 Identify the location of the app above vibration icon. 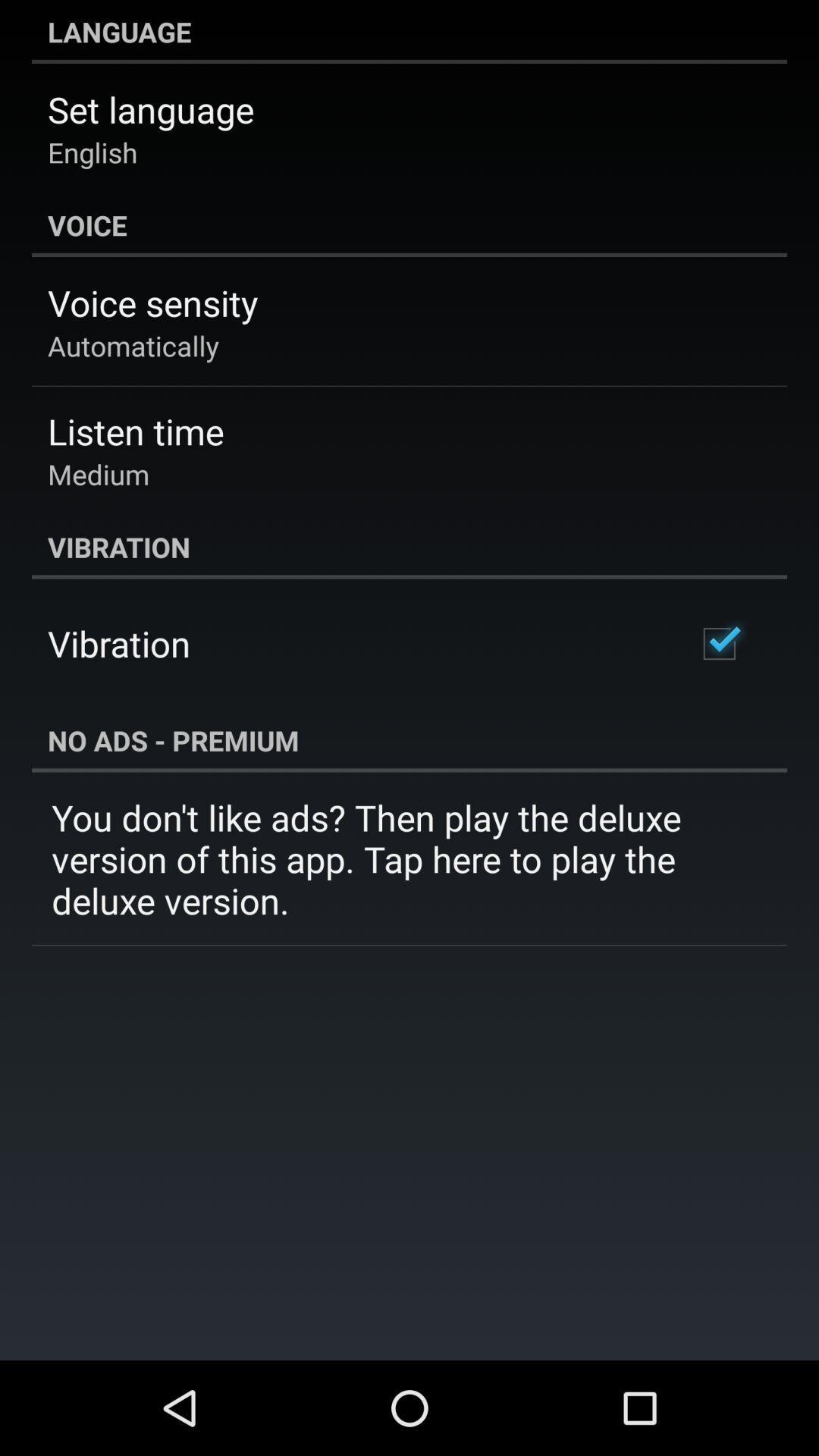
(99, 473).